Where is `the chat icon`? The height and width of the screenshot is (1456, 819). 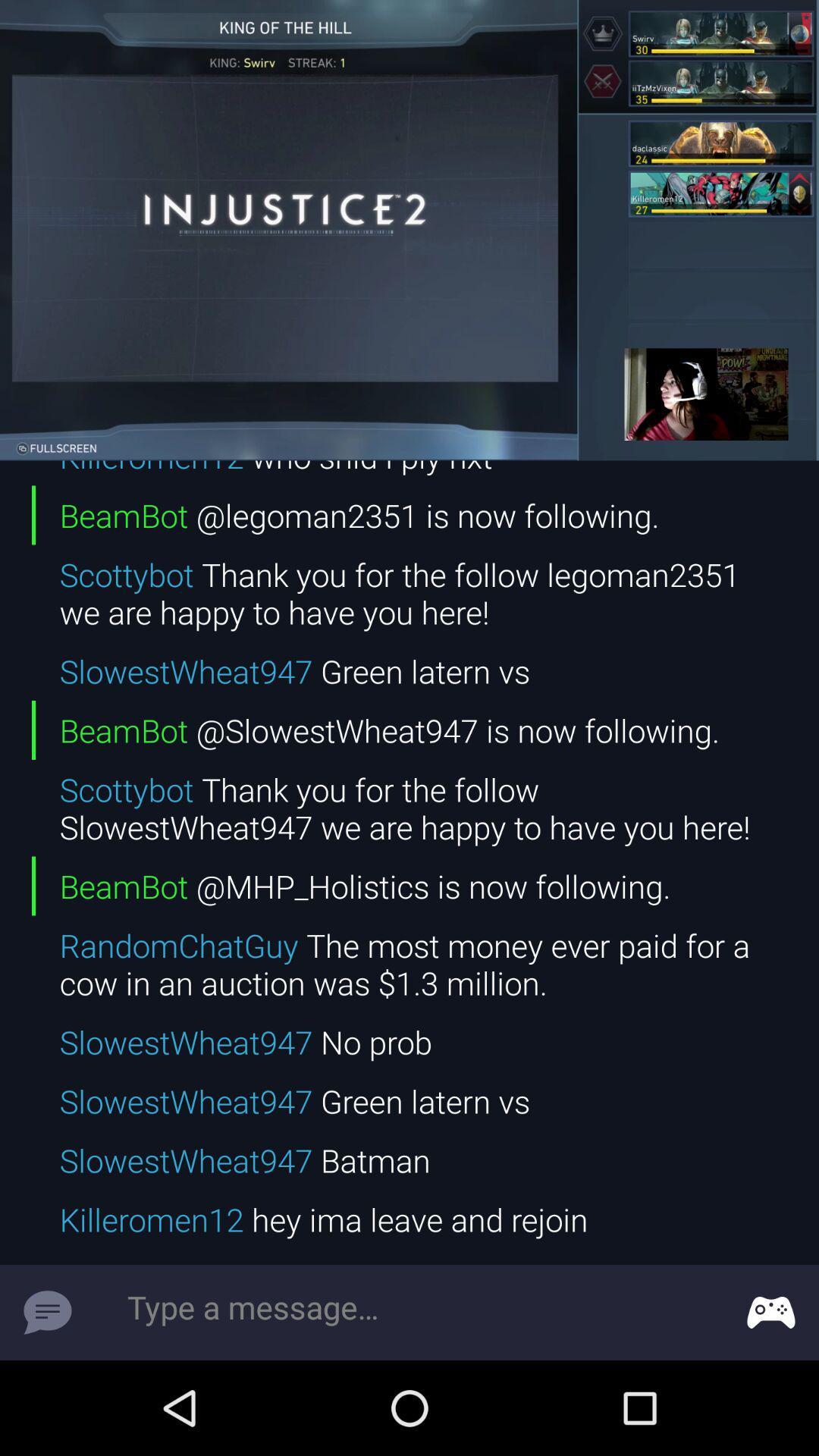
the chat icon is located at coordinates (46, 1312).